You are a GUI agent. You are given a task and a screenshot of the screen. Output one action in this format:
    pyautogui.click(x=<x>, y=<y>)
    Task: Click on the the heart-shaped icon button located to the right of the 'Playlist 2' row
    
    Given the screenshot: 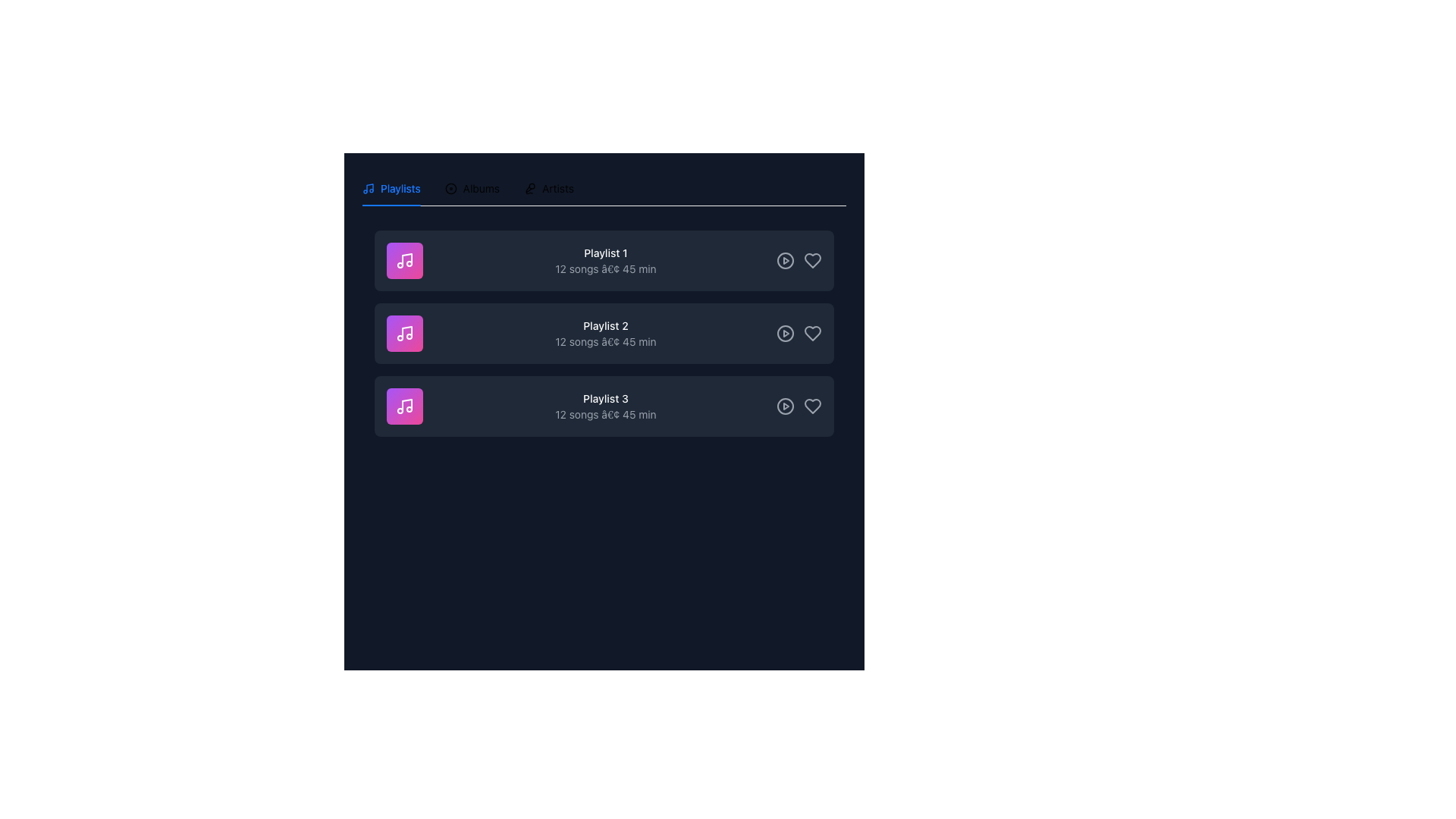 What is the action you would take?
    pyautogui.click(x=811, y=332)
    